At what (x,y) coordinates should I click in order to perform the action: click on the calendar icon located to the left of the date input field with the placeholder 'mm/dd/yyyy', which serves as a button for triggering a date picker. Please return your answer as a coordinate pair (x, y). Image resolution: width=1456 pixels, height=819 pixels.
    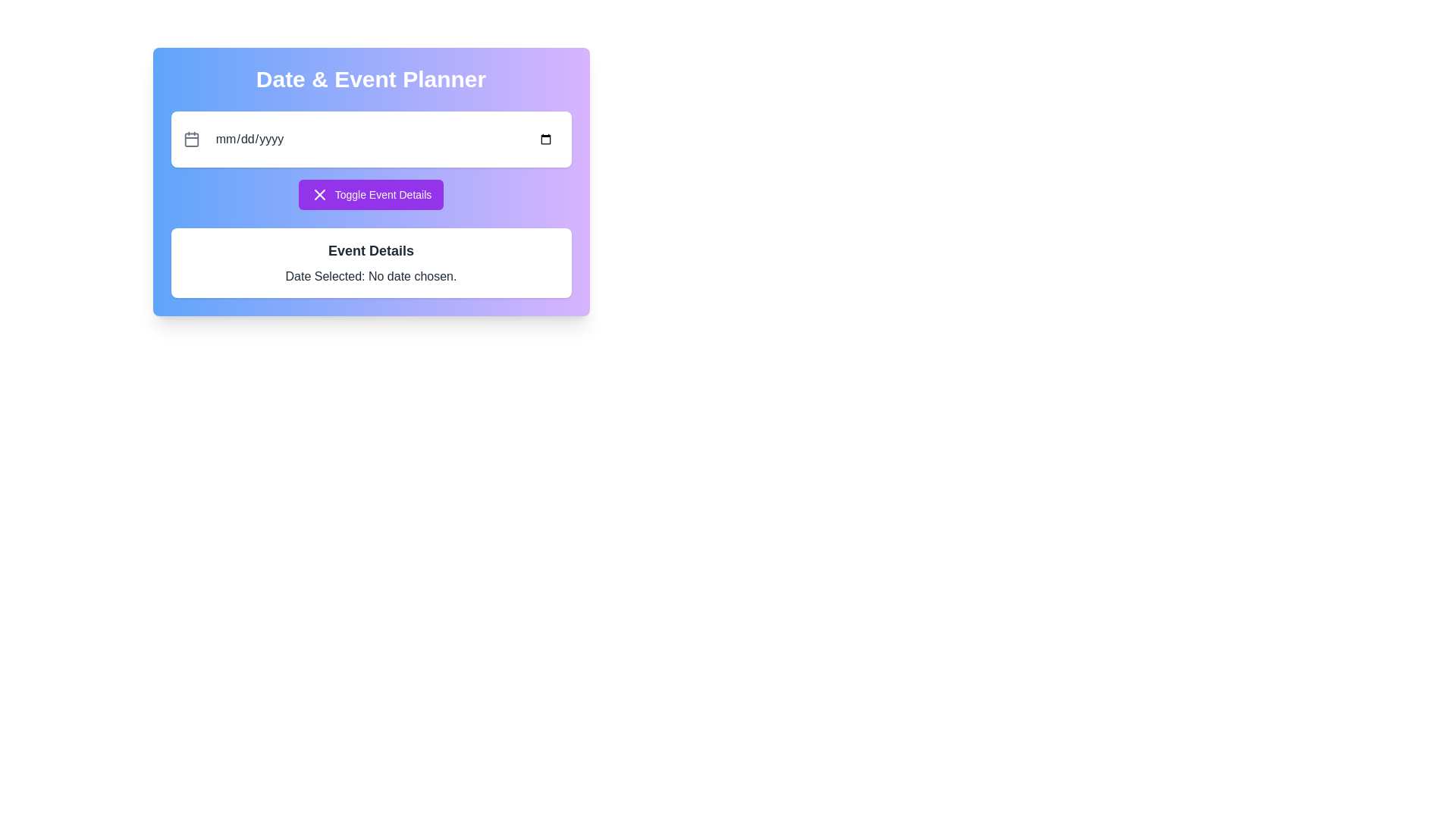
    Looking at the image, I should click on (190, 140).